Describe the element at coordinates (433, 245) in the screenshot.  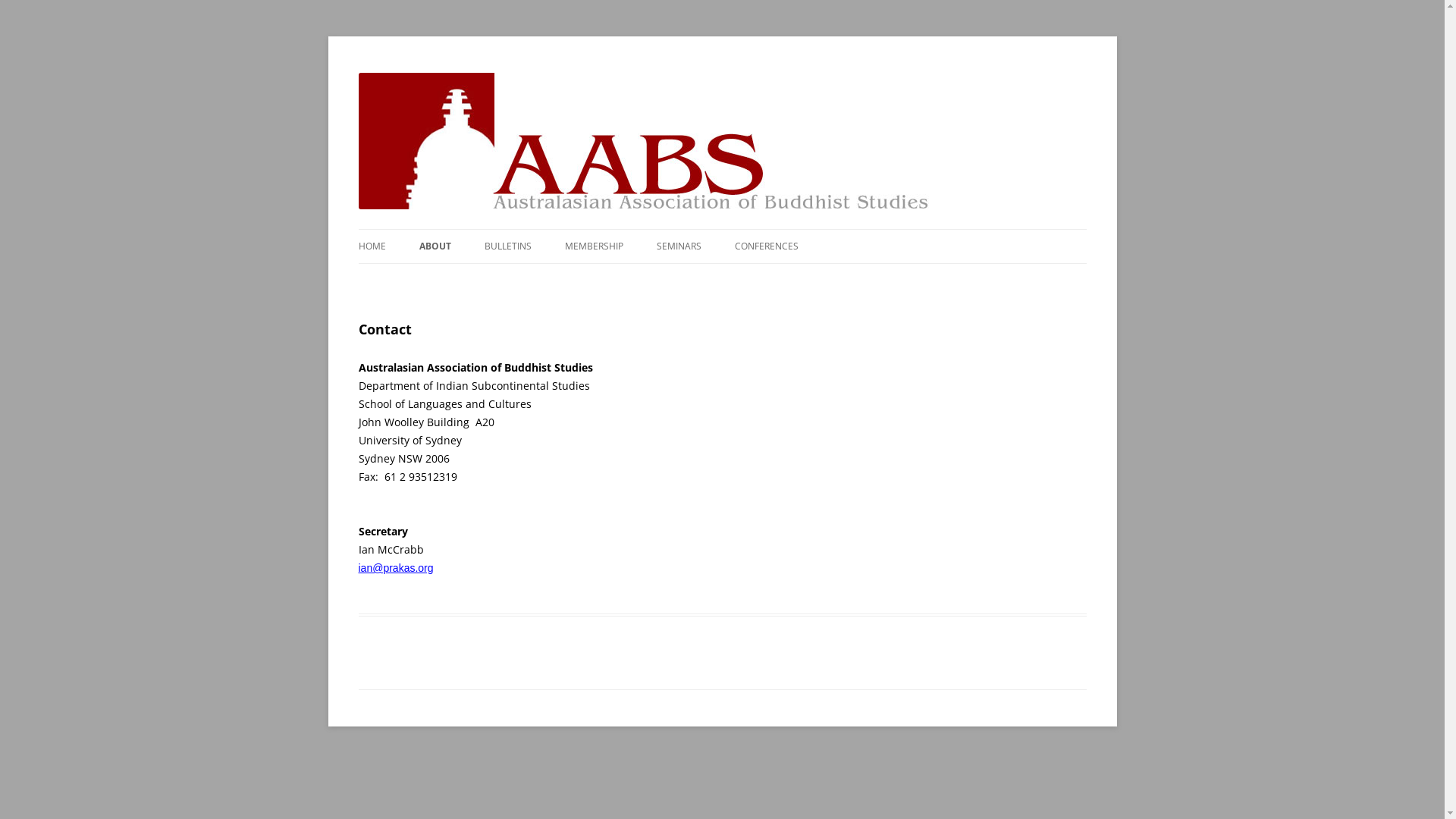
I see `'ABOUT'` at that location.